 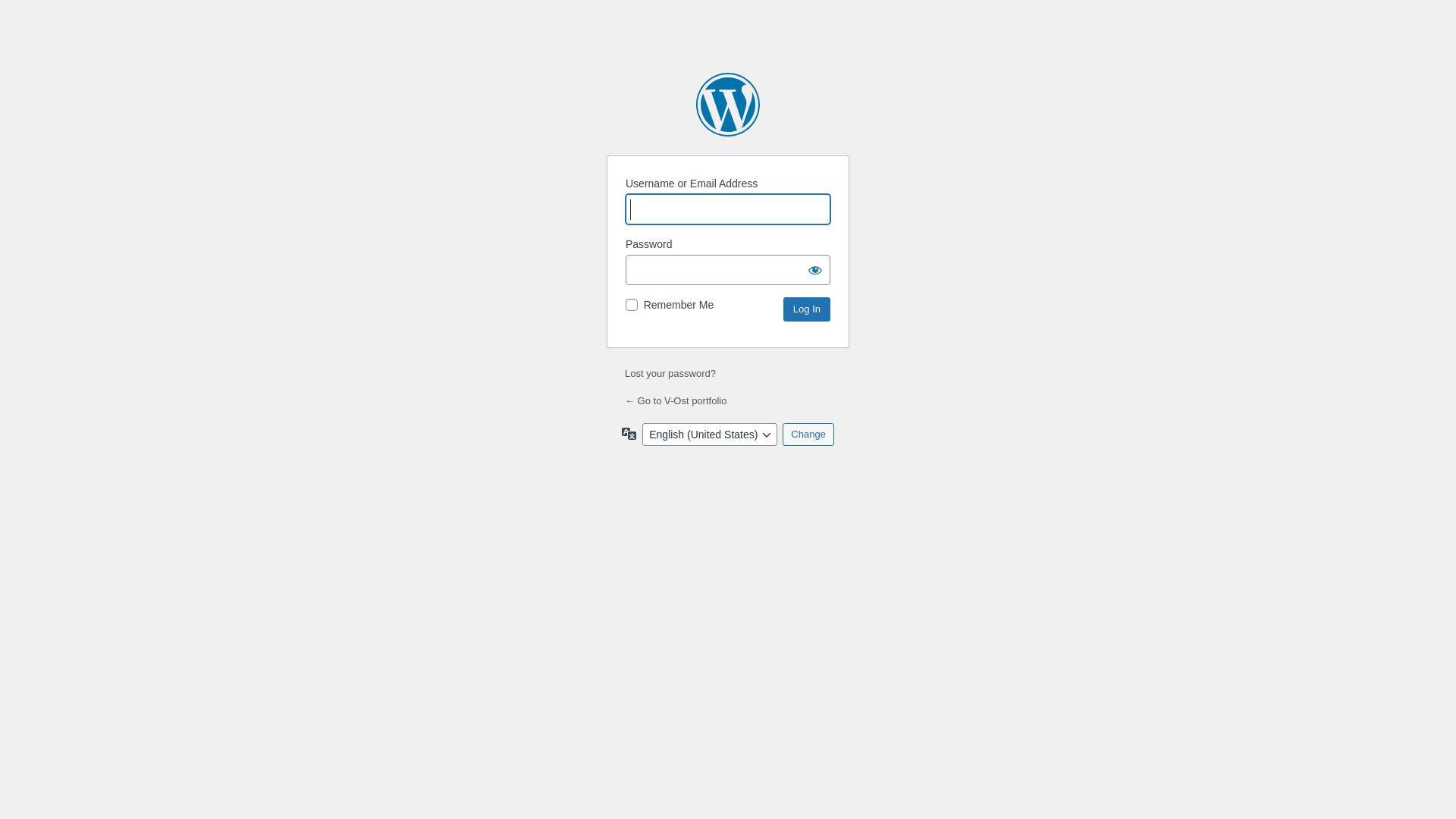 What do you see at coordinates (807, 435) in the screenshot?
I see `'Change'` at bounding box center [807, 435].